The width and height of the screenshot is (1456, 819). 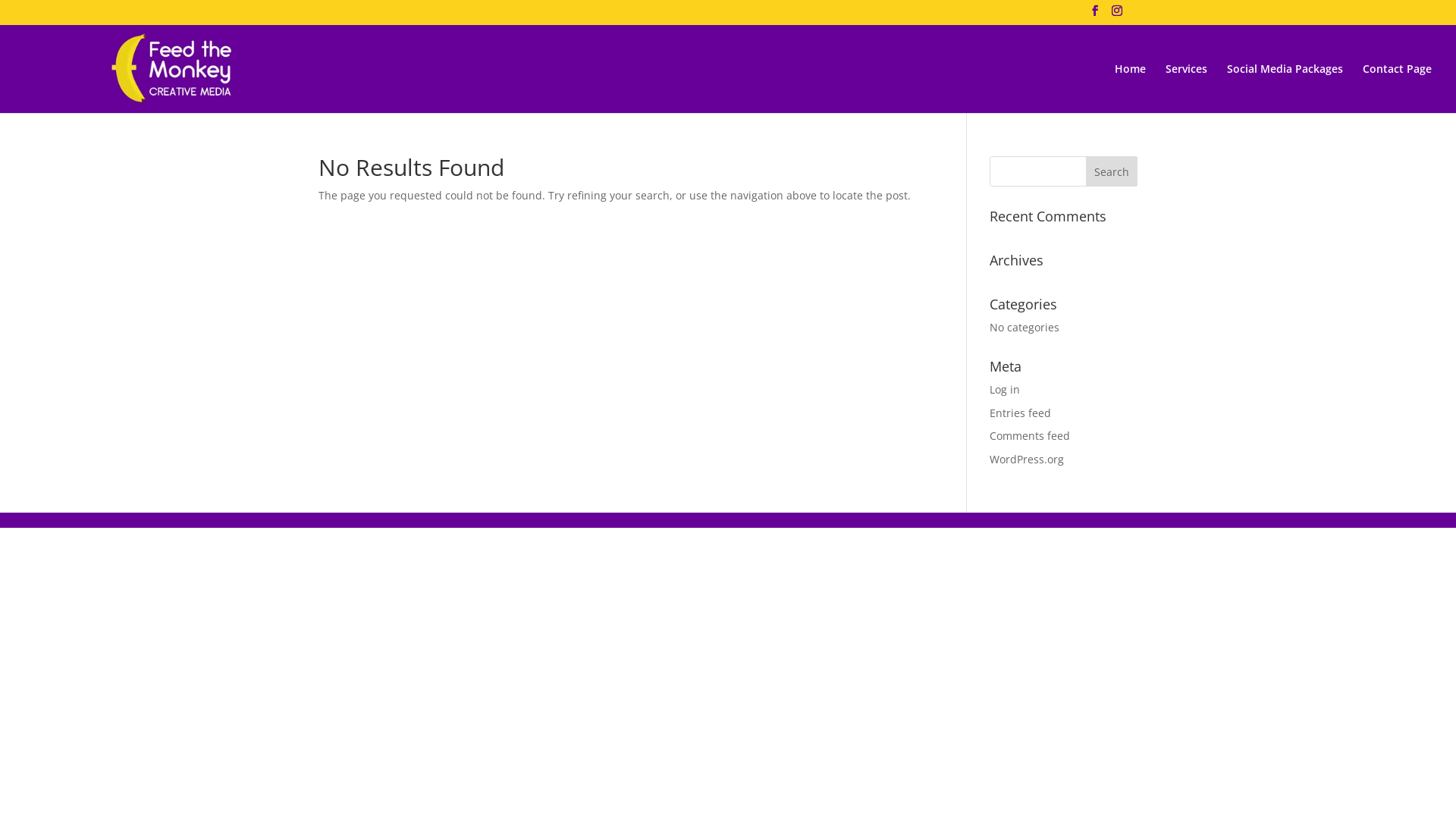 I want to click on 'Contact Page', so click(x=1362, y=88).